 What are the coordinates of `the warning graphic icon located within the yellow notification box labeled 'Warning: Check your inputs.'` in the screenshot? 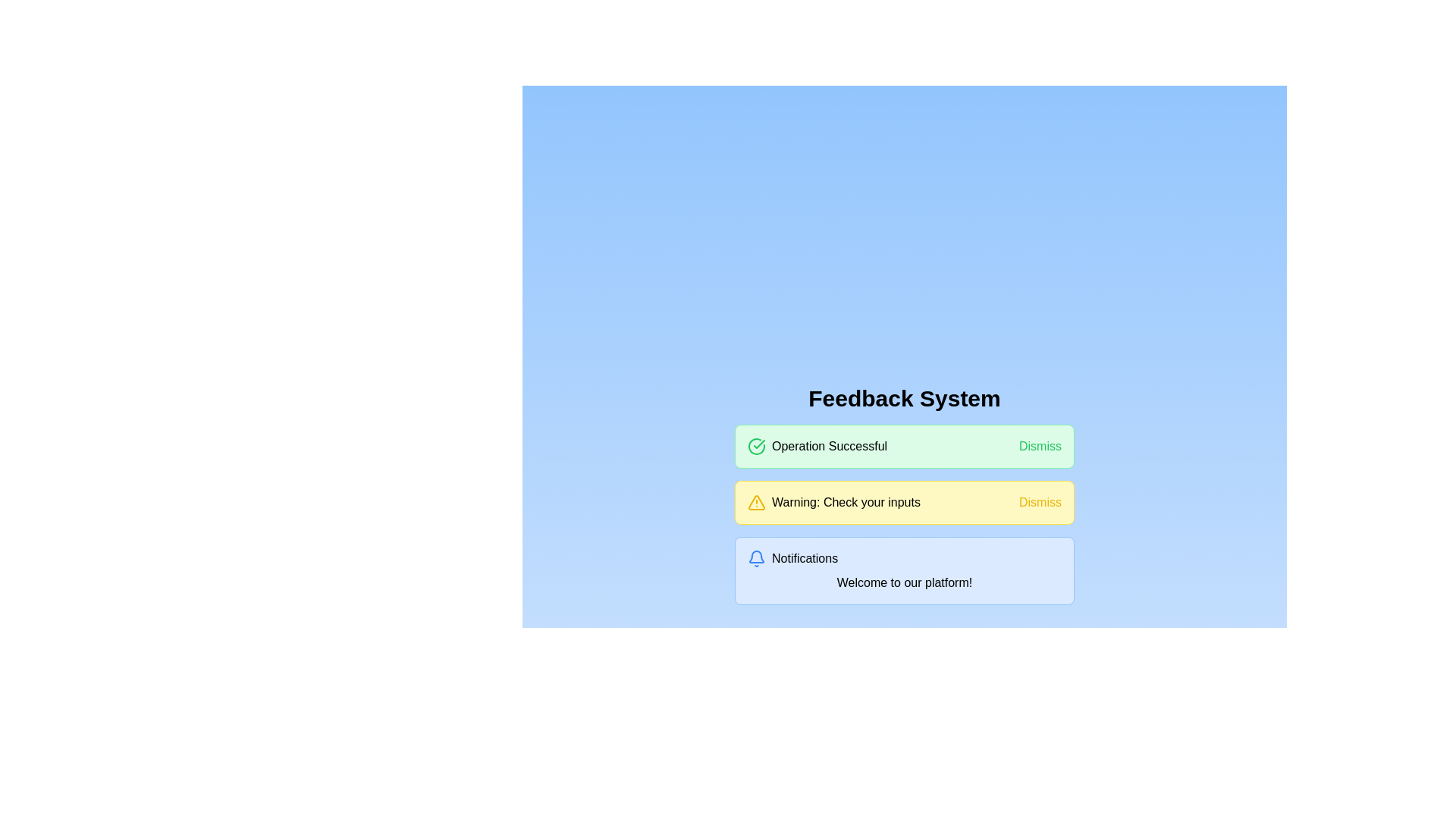 It's located at (757, 503).